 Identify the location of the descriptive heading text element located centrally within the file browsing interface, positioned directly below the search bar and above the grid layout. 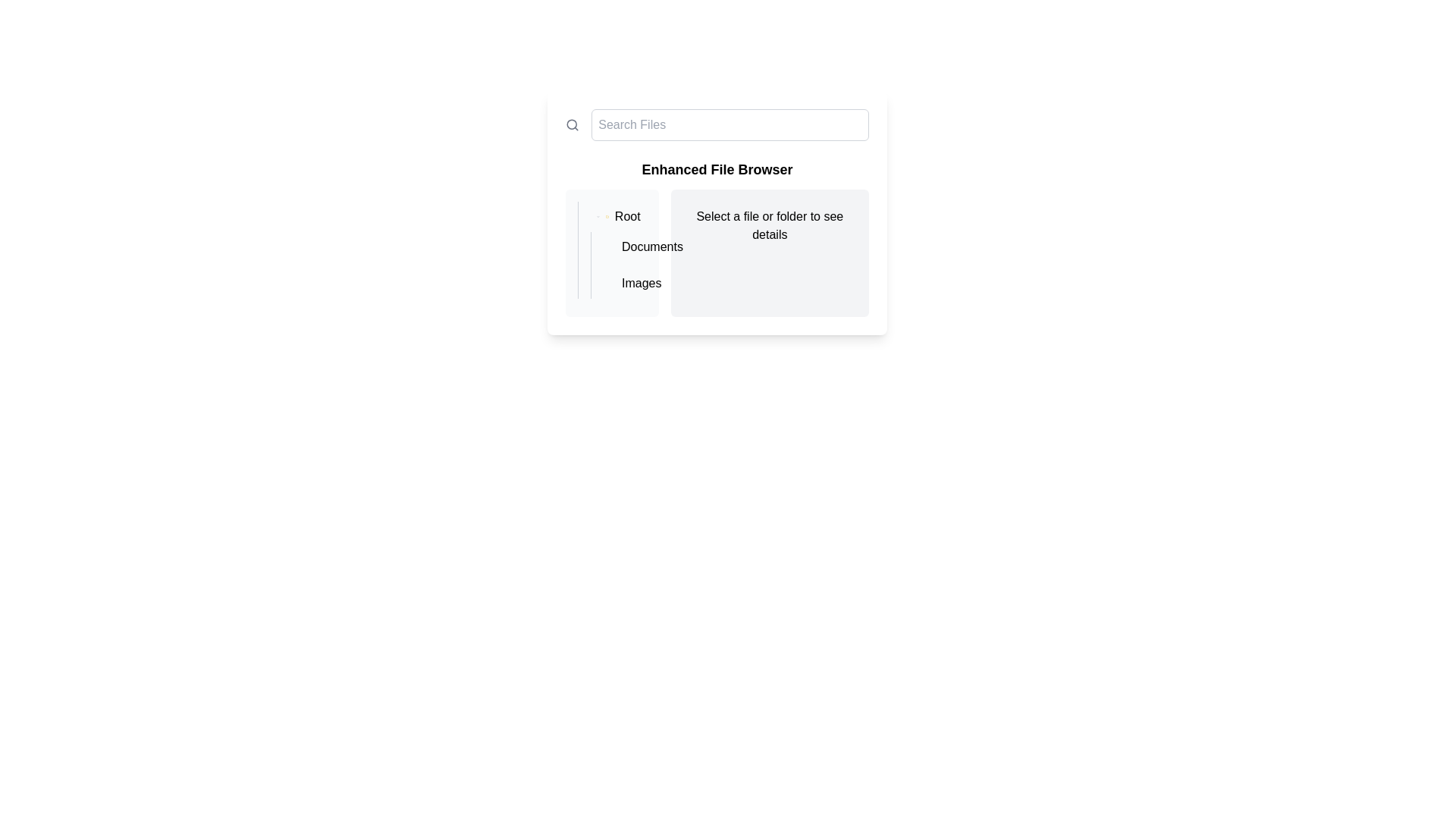
(716, 169).